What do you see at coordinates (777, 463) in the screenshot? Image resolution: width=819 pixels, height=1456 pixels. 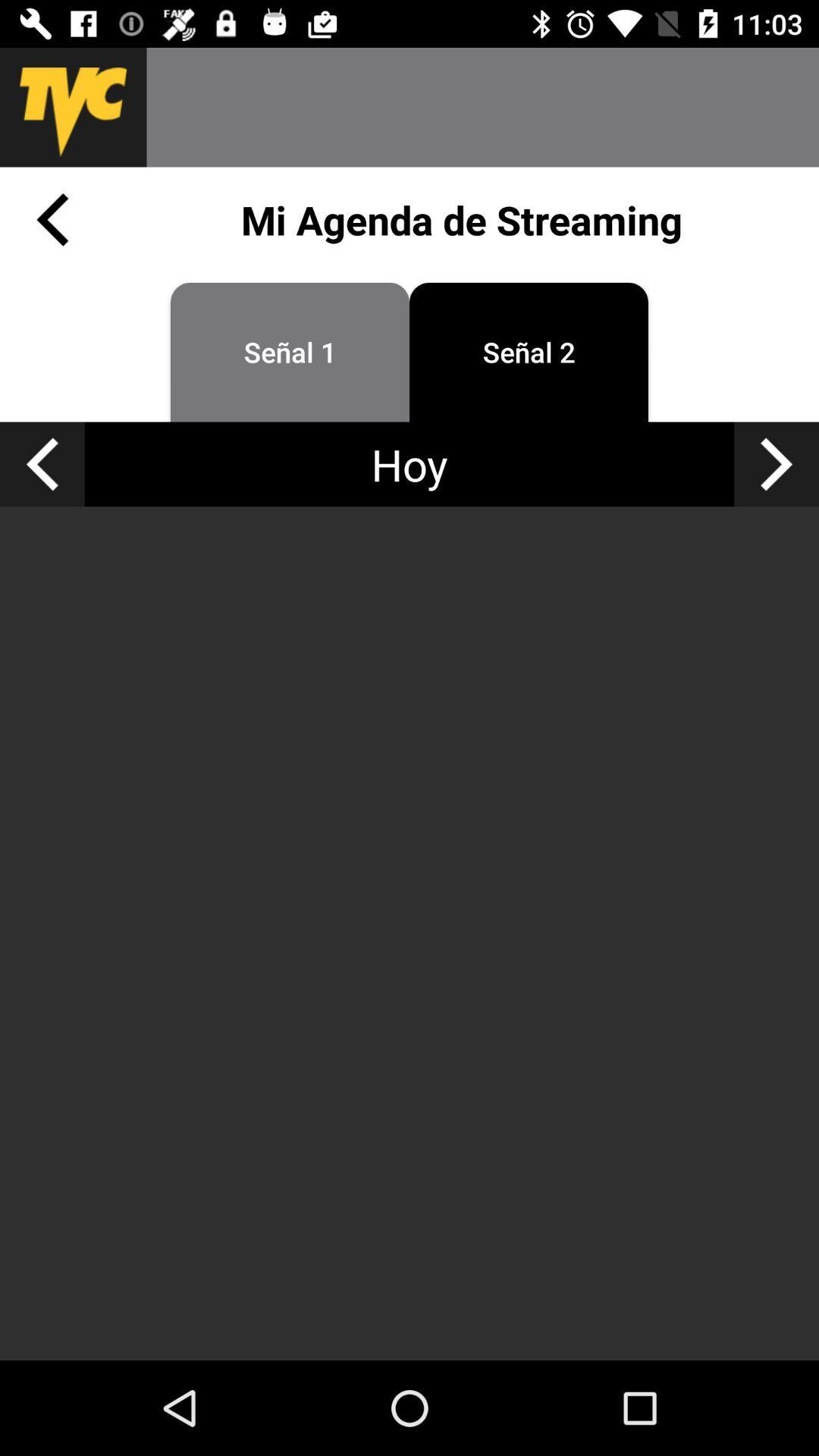 I see `the arrow_forward icon` at bounding box center [777, 463].